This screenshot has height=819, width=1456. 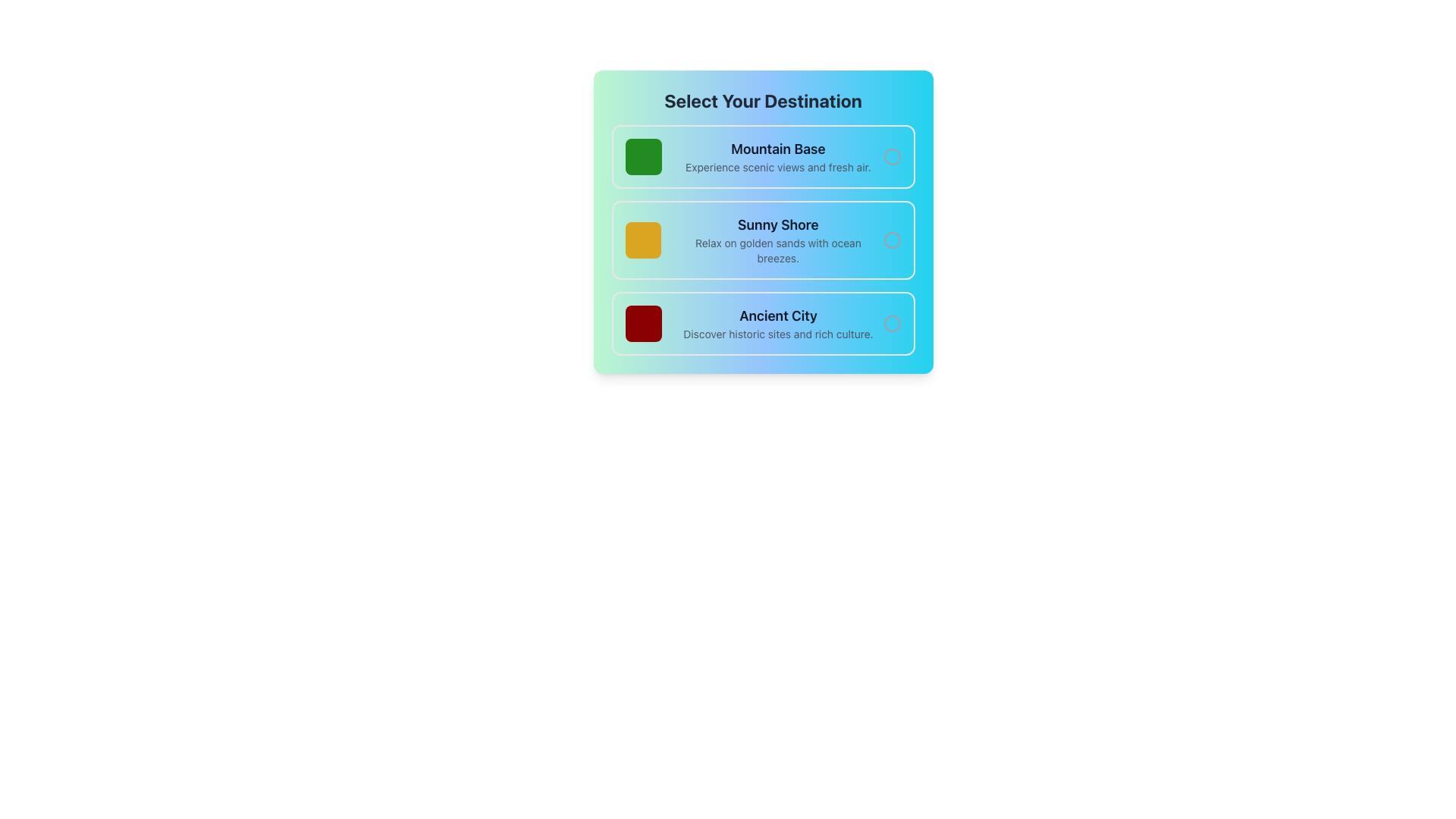 I want to click on the text label displaying 'Sunny Shore', which is centrally positioned above the description text in the second group of items, so click(x=778, y=225).